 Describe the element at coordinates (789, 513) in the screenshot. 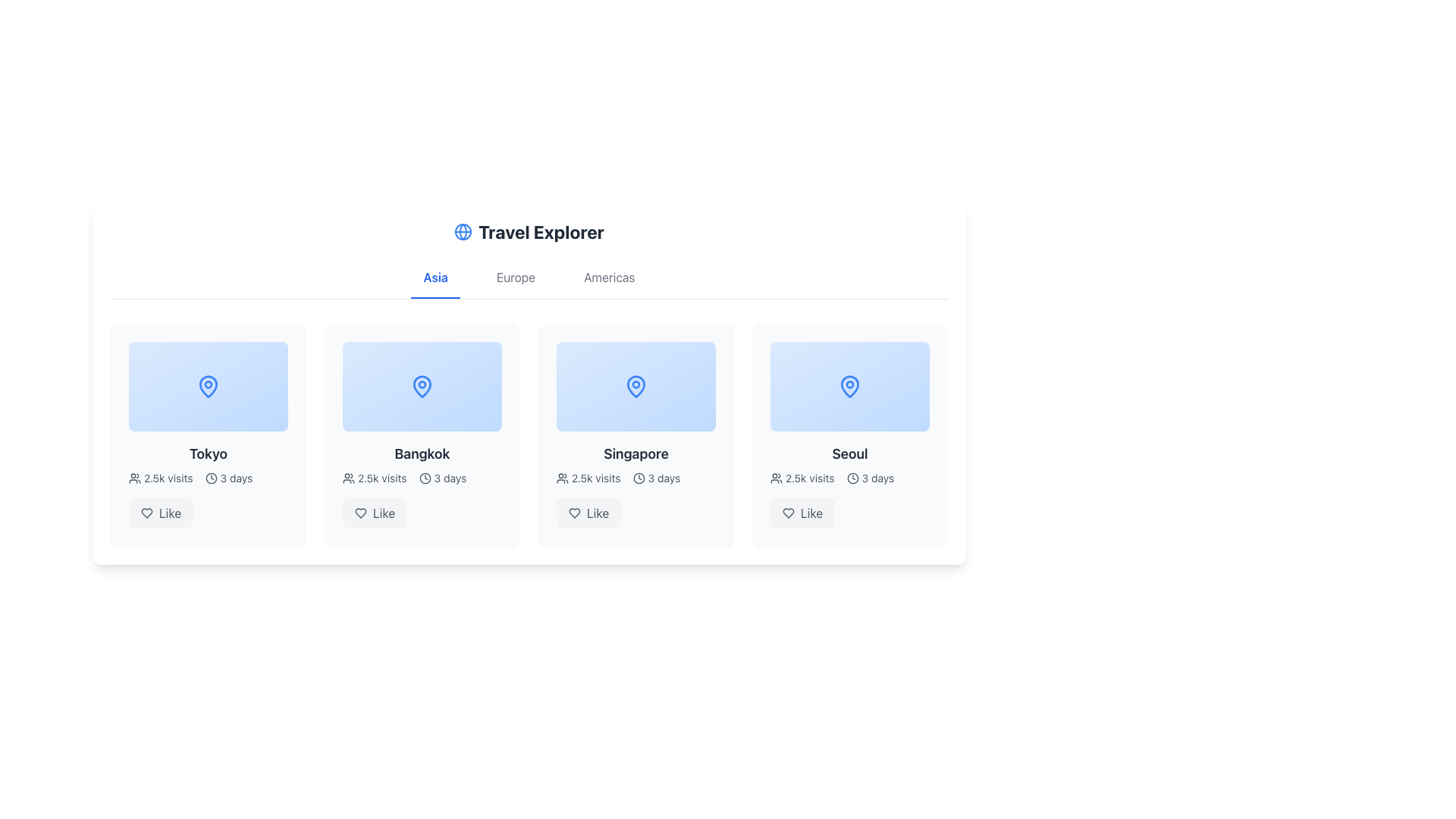

I see `the heart-shaped vector graphic icon located` at that location.